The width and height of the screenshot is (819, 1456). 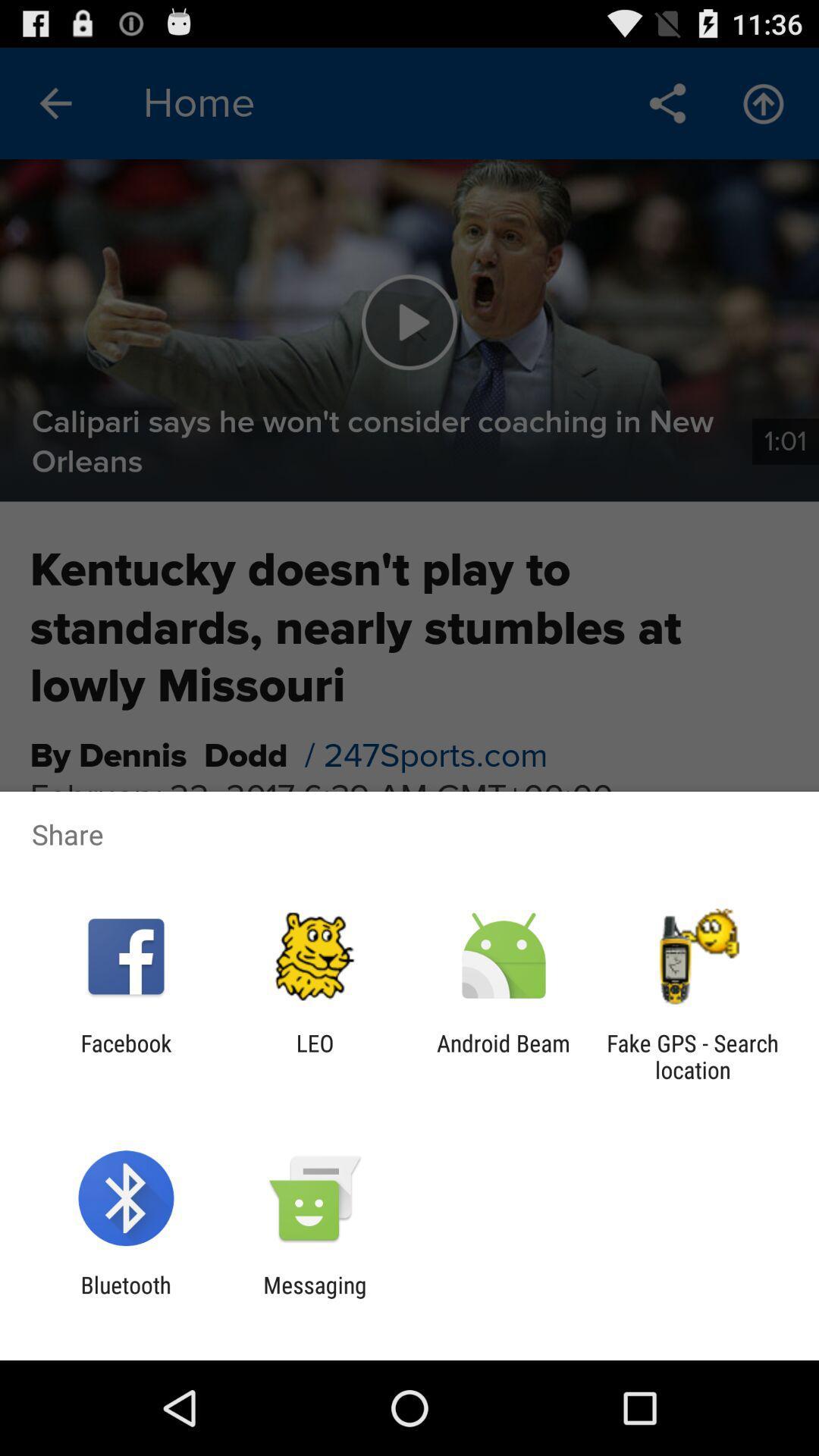 I want to click on facebook app, so click(x=125, y=1056).